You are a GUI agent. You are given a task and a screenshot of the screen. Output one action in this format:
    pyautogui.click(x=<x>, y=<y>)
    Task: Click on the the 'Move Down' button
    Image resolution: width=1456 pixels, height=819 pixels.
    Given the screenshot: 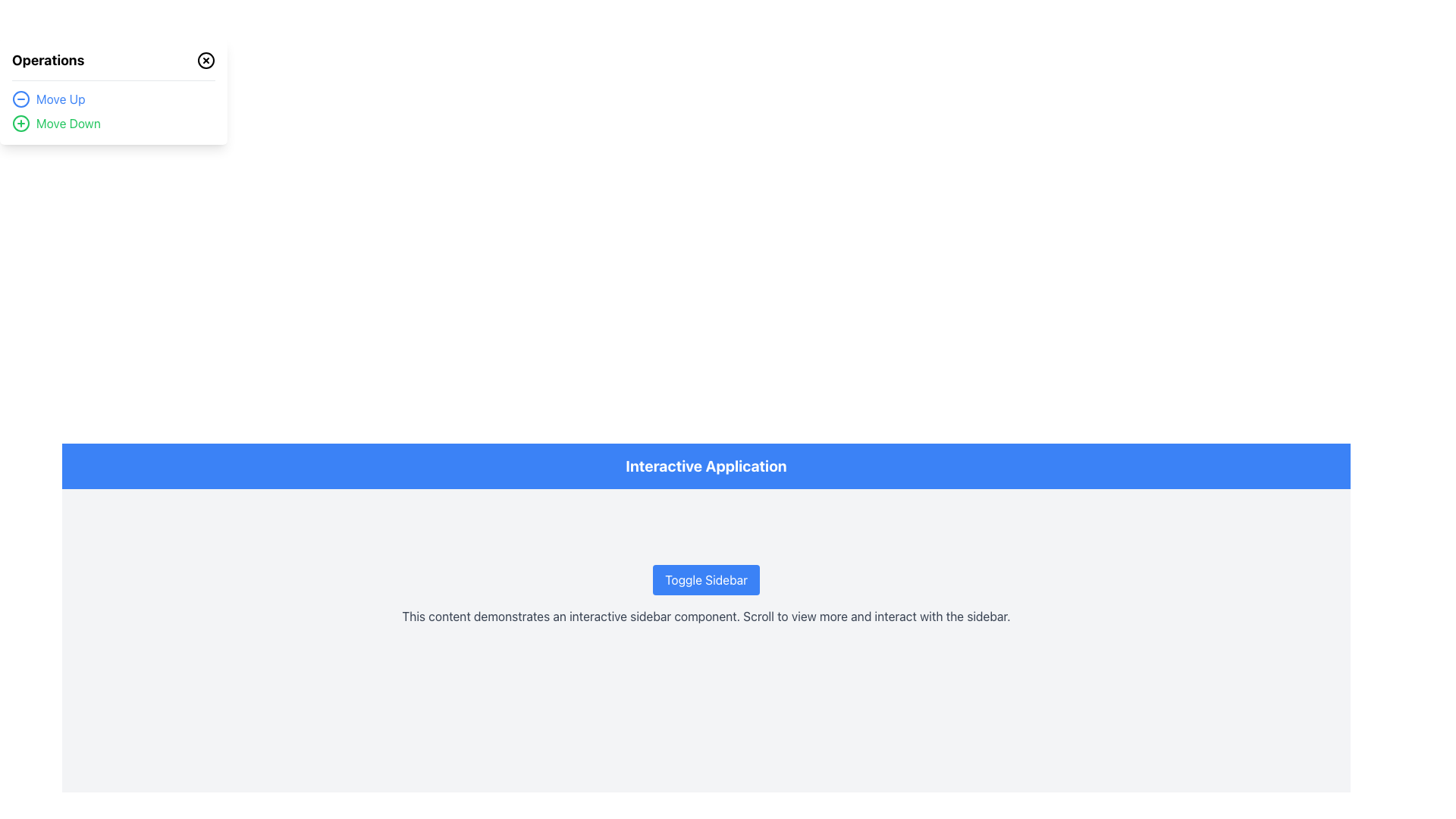 What is the action you would take?
    pyautogui.click(x=21, y=122)
    